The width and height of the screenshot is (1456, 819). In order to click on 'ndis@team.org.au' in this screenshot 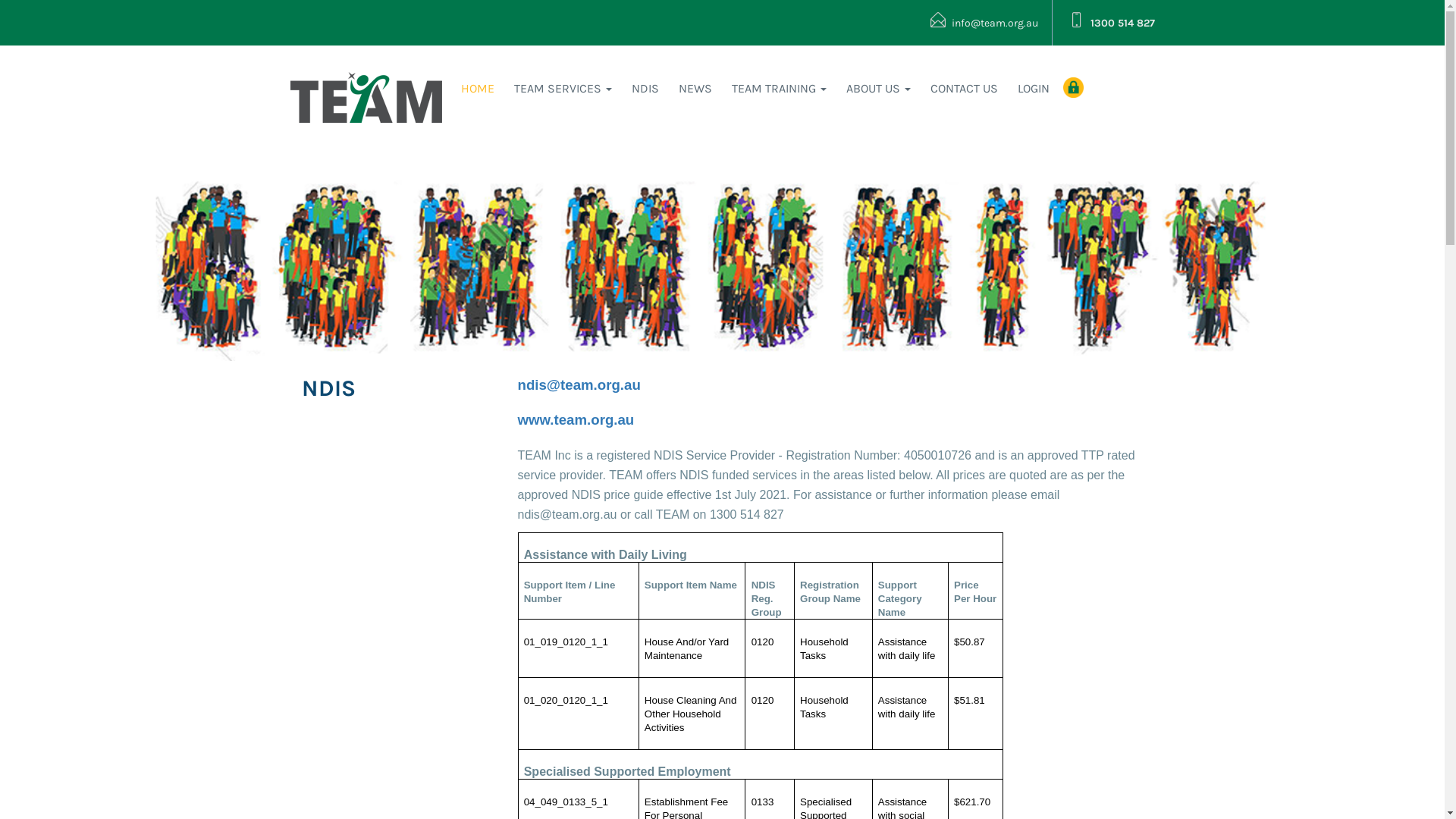, I will do `click(578, 385)`.